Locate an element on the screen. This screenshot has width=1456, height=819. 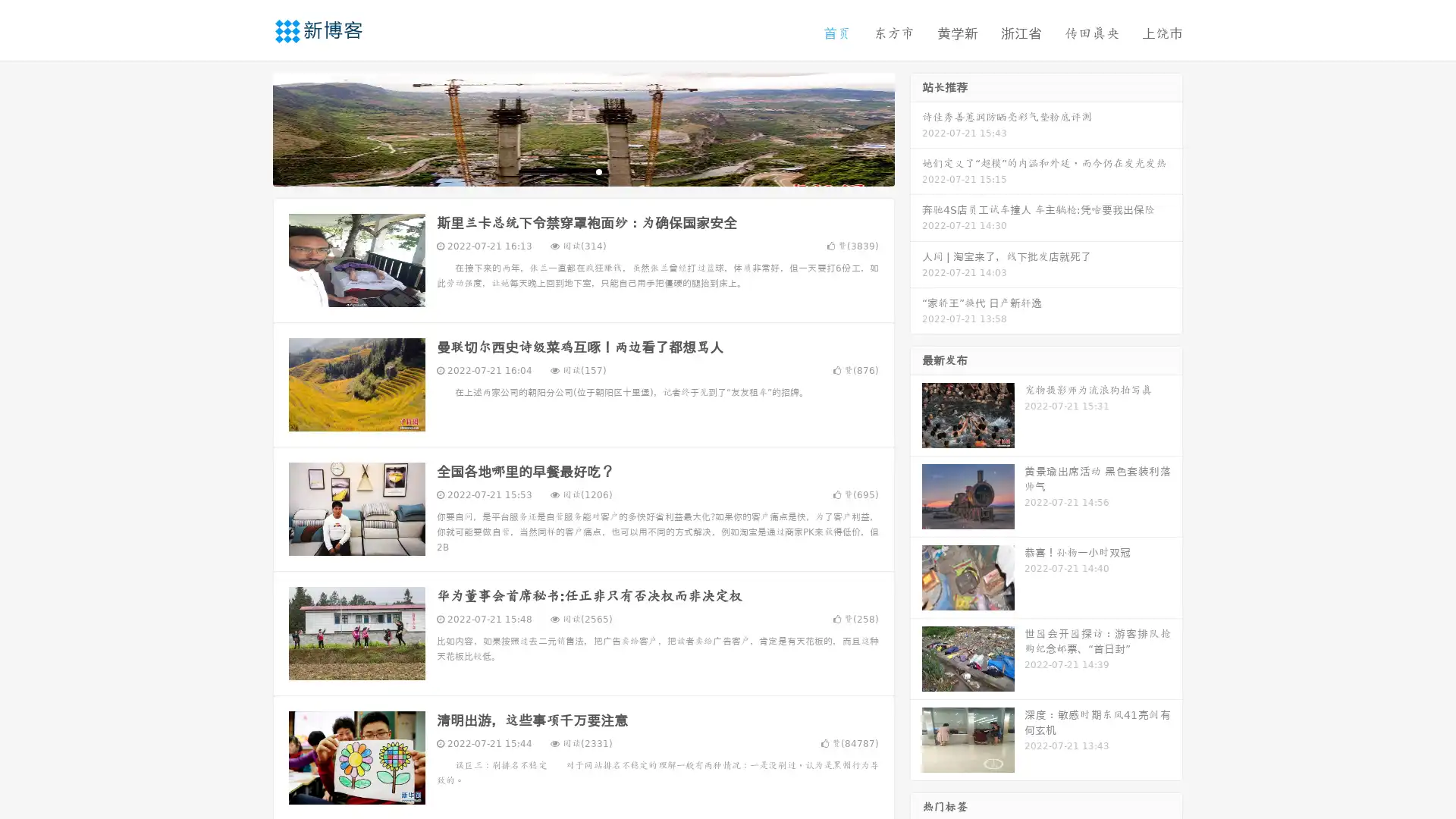
Go to slide 1 is located at coordinates (567, 171).